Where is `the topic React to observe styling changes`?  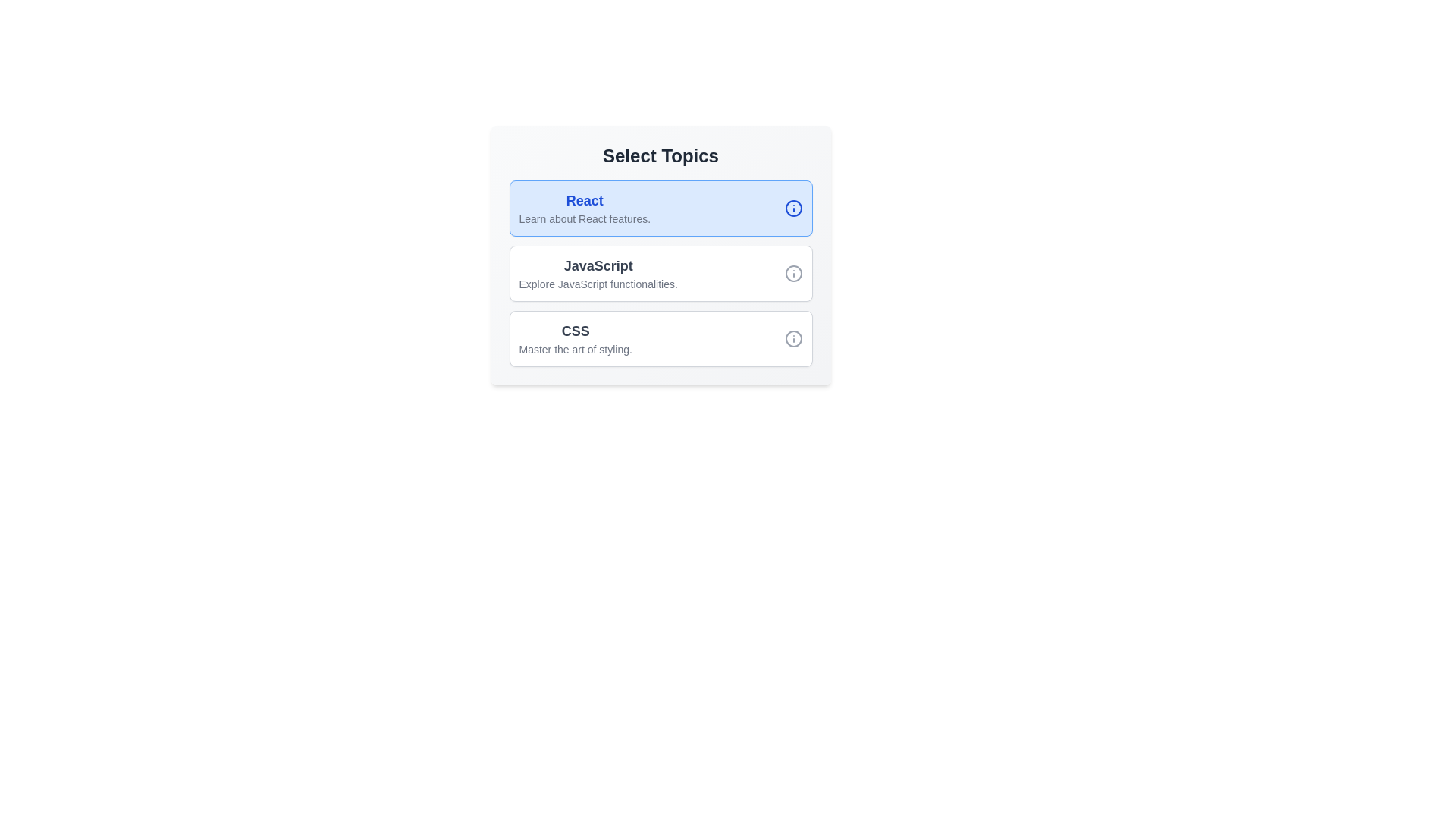
the topic React to observe styling changes is located at coordinates (584, 208).